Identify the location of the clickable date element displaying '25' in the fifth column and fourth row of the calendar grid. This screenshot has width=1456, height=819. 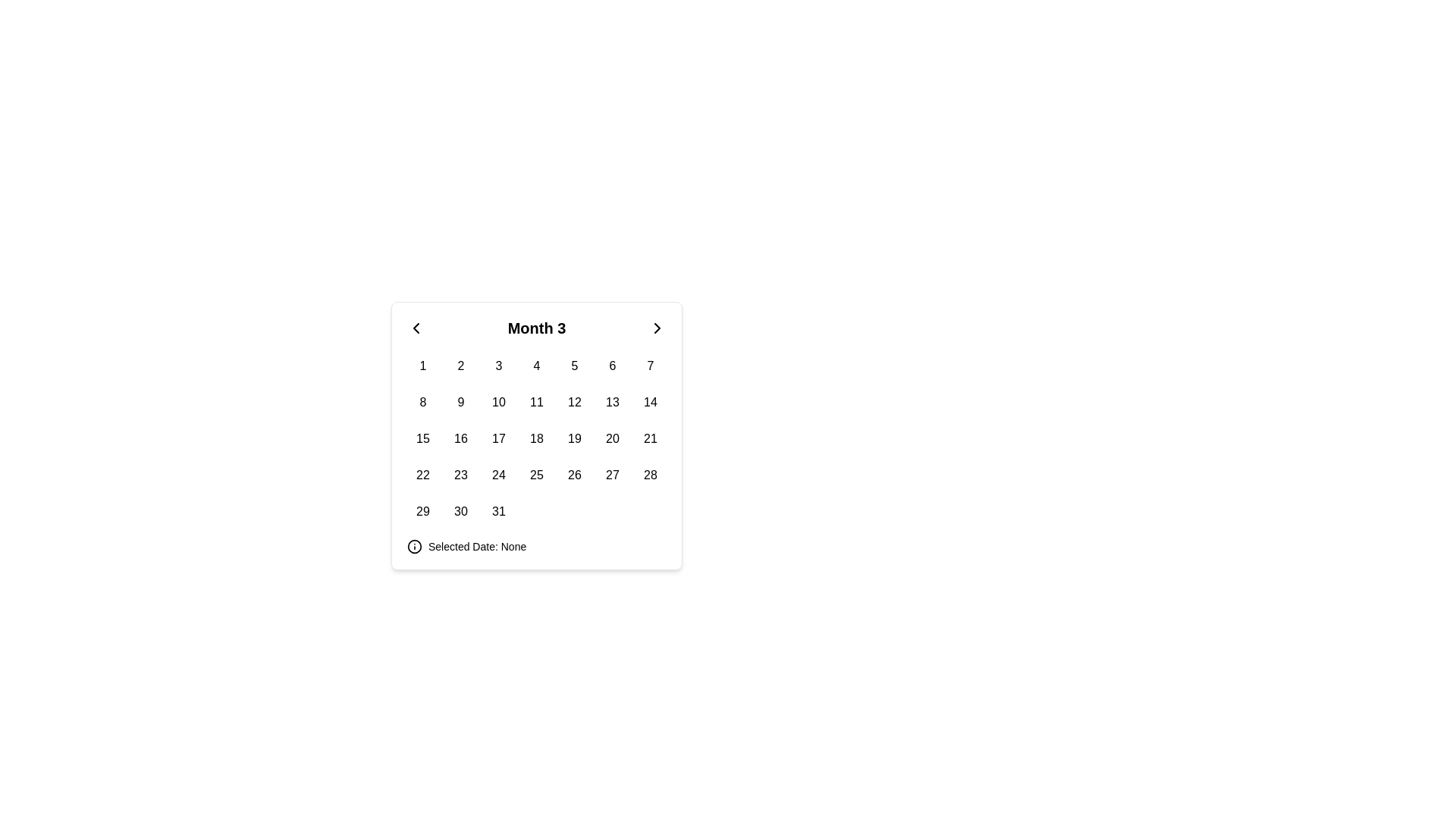
(537, 475).